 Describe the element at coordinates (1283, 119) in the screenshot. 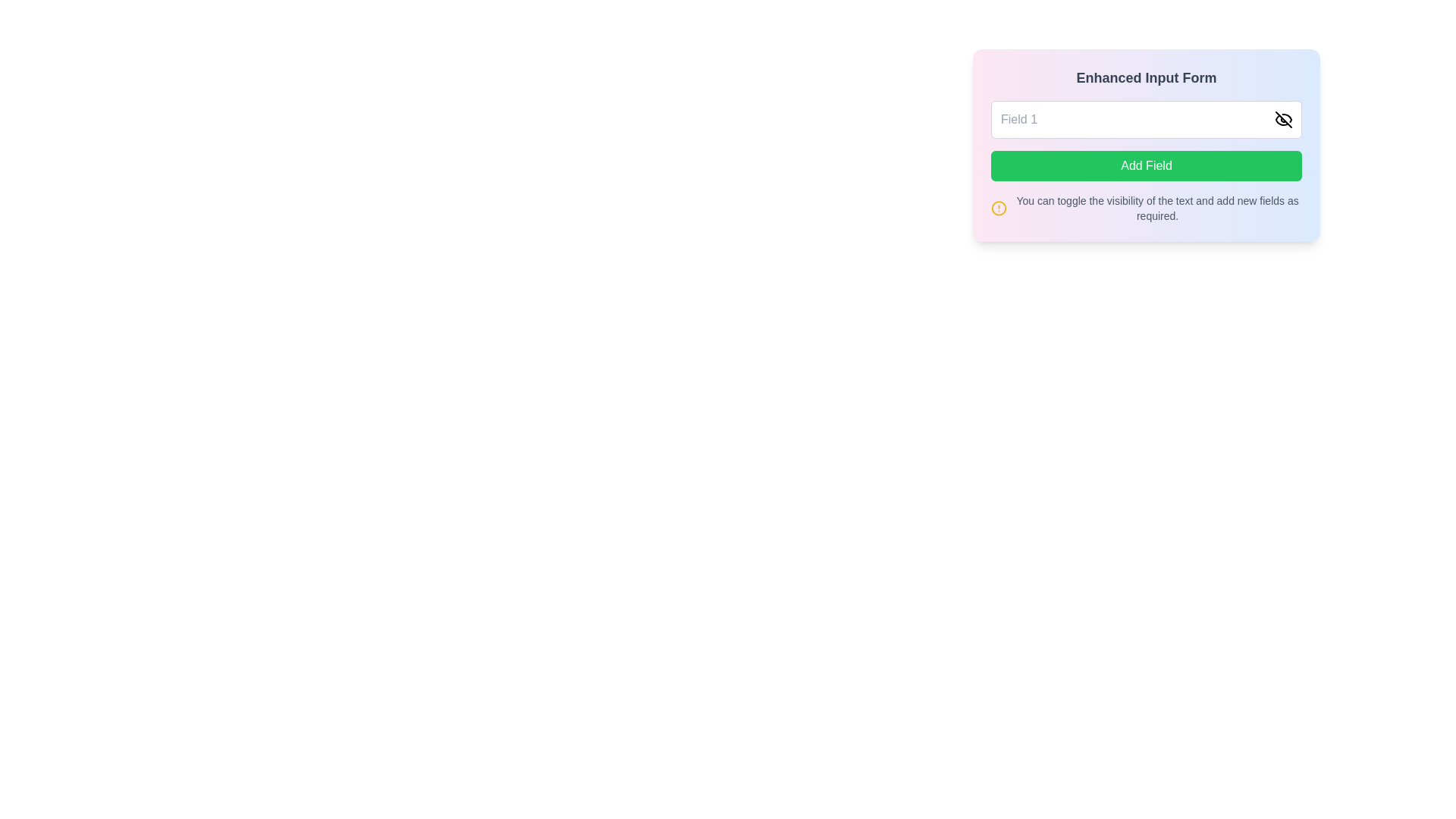

I see `the visibility toggle icon located to the far right of the text-input field labeled 'Field 1'` at that location.